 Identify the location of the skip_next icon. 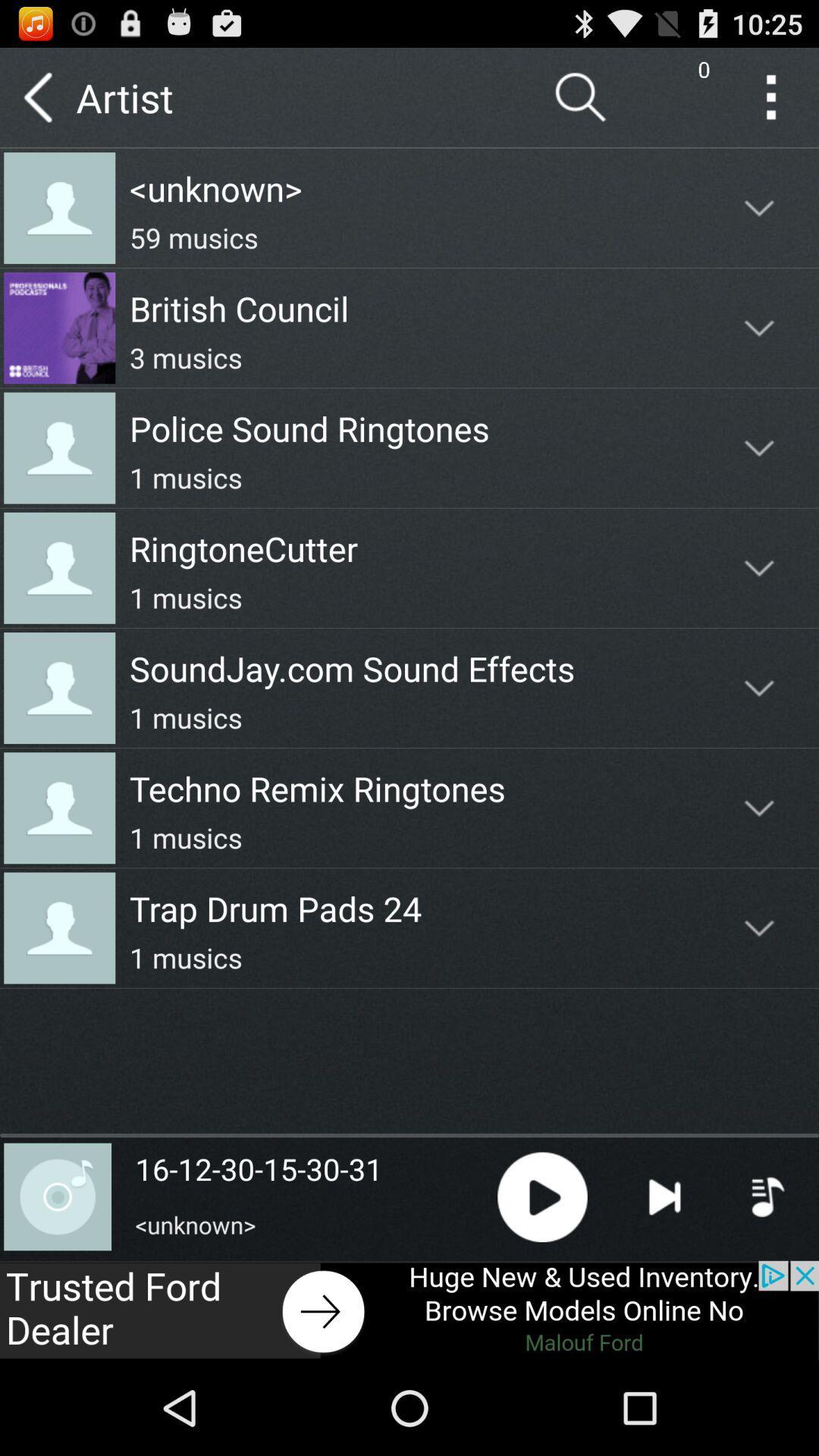
(664, 1280).